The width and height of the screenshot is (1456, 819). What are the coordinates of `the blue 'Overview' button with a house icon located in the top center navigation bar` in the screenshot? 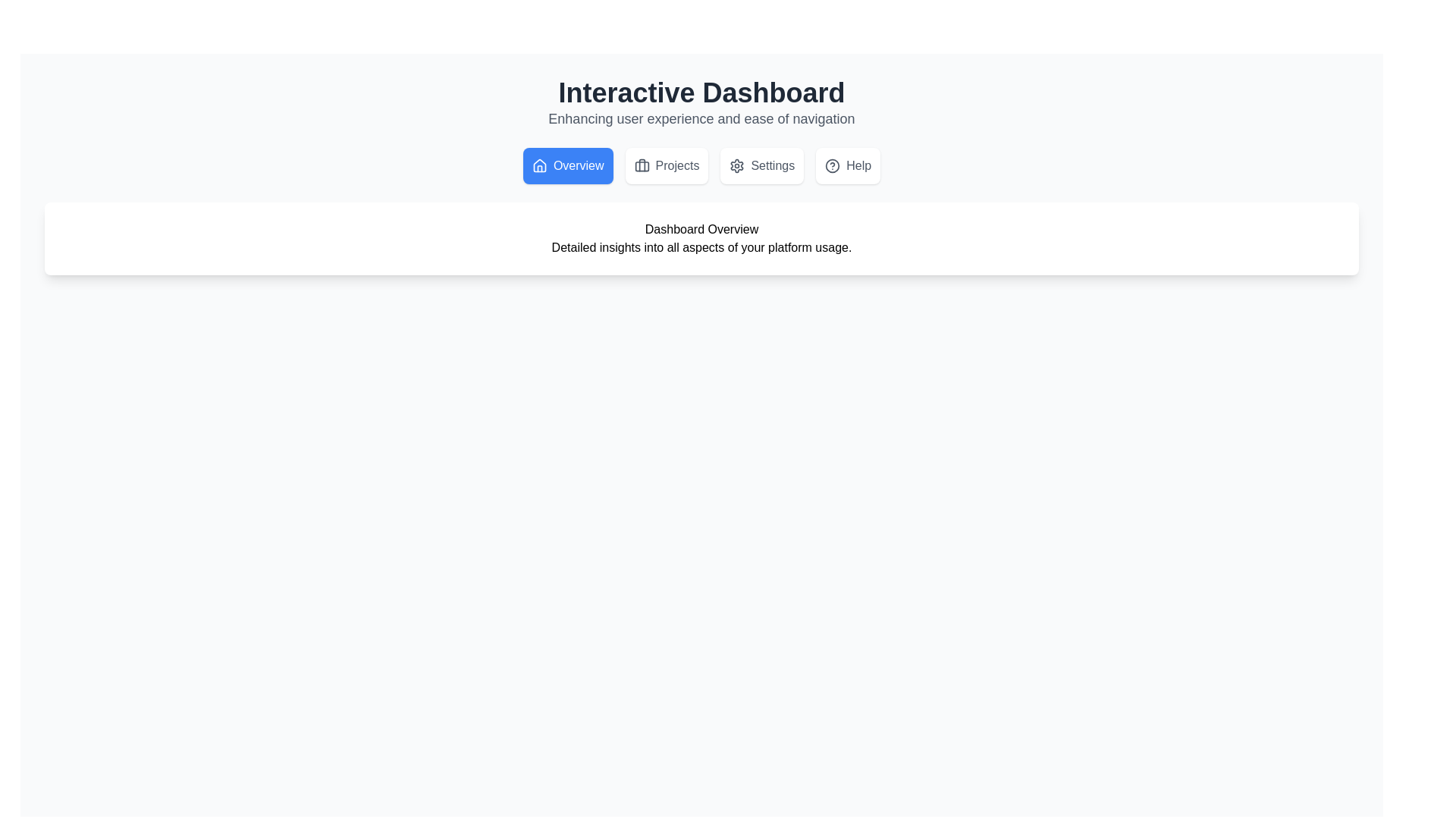 It's located at (567, 166).